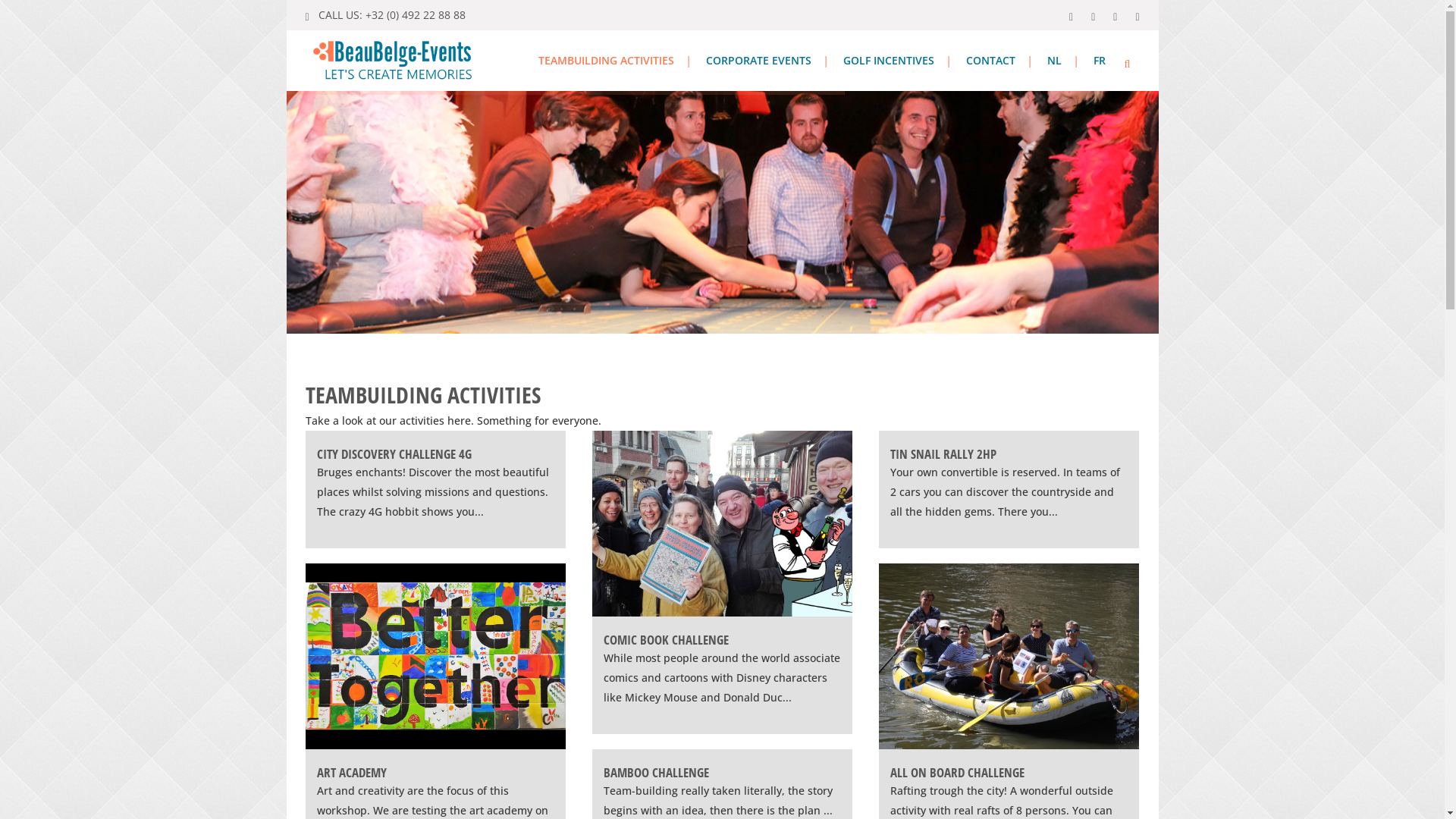 This screenshot has height=819, width=1456. I want to click on 'NL', so click(1053, 60).